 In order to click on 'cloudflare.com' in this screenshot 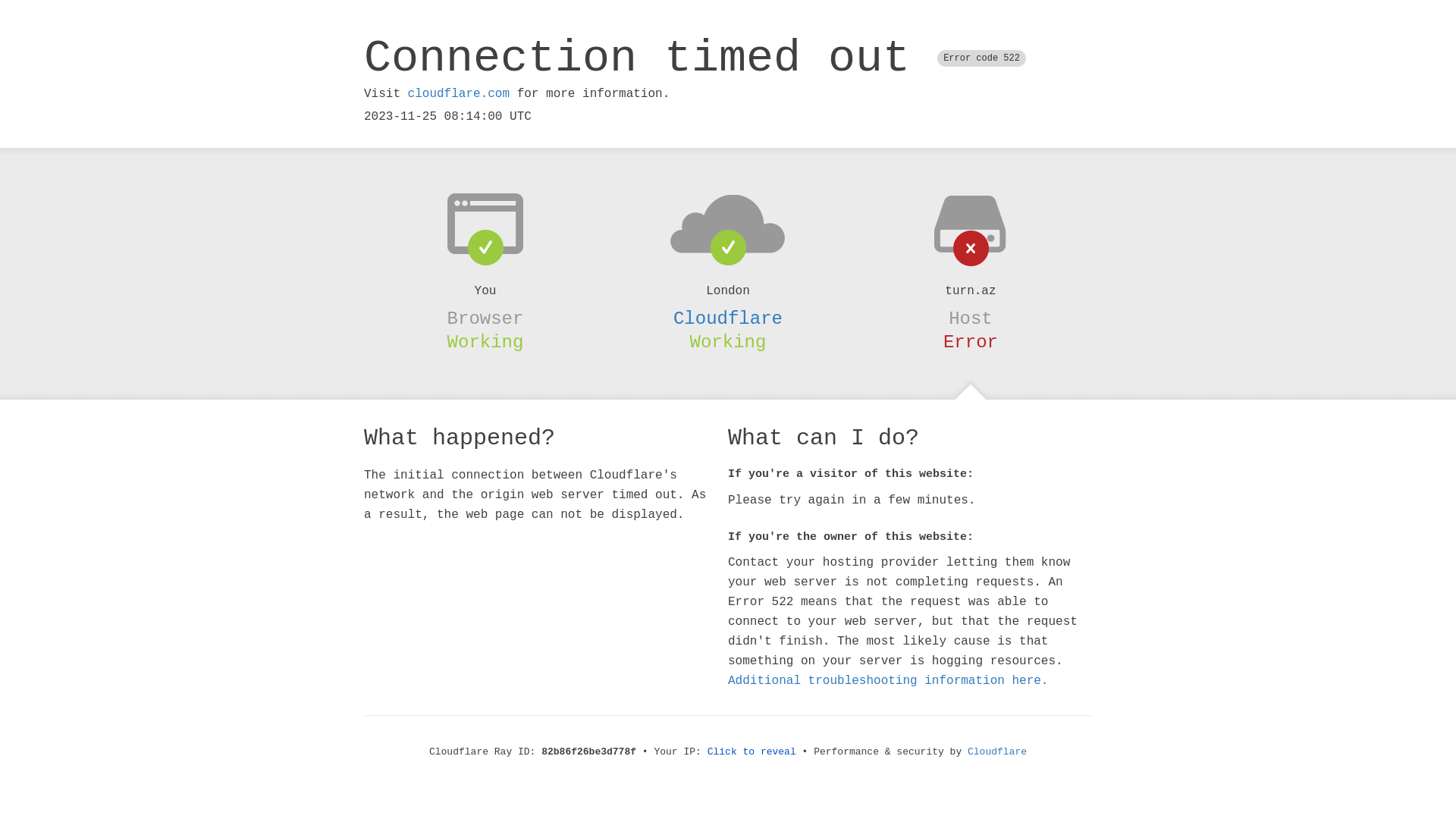, I will do `click(457, 93)`.